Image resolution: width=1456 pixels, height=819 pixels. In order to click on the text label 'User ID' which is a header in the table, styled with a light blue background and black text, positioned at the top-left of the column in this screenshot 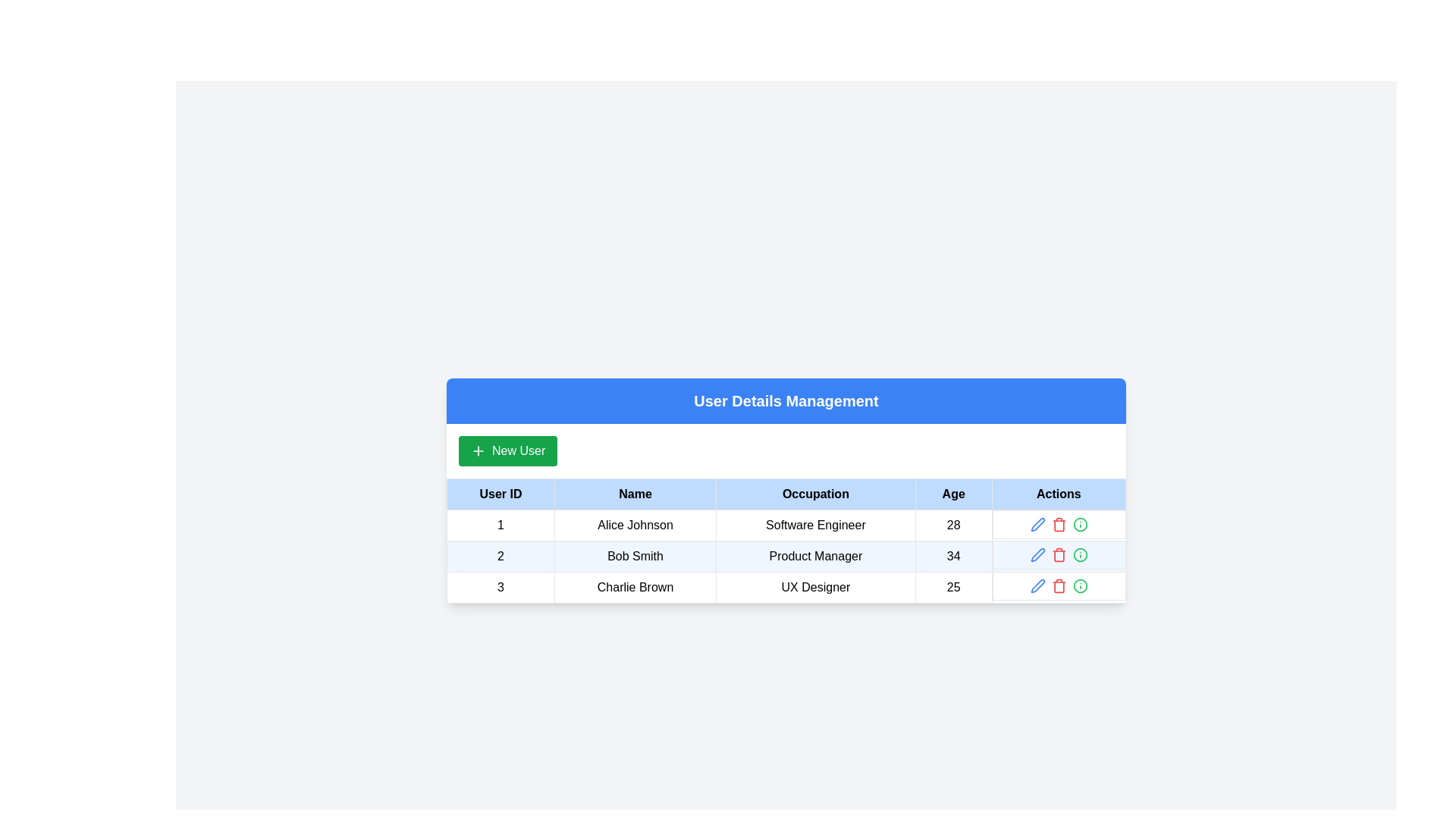, I will do `click(500, 494)`.